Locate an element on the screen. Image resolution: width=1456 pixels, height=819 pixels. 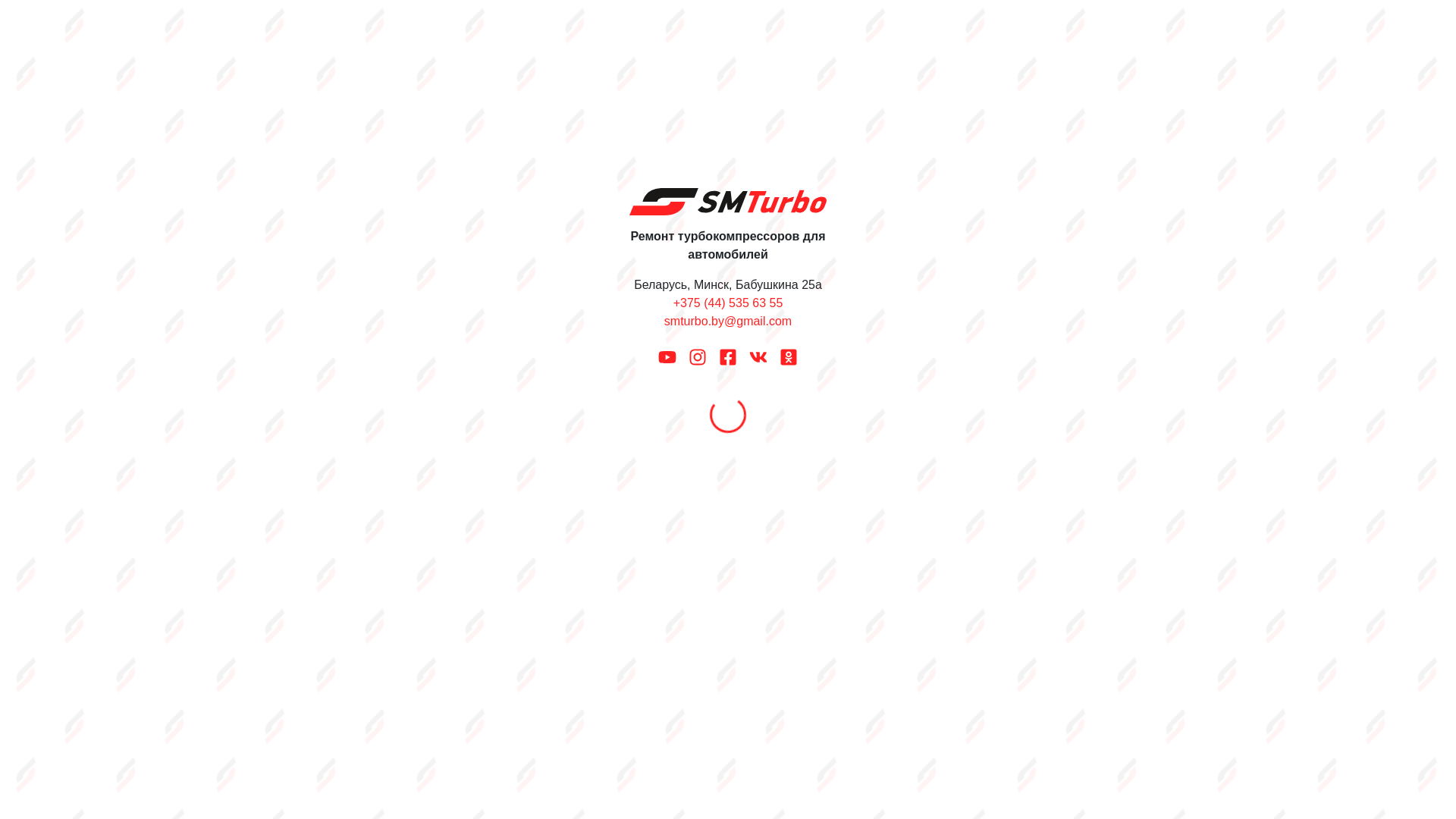
'+375 (44) 535 63 55' is located at coordinates (728, 303).